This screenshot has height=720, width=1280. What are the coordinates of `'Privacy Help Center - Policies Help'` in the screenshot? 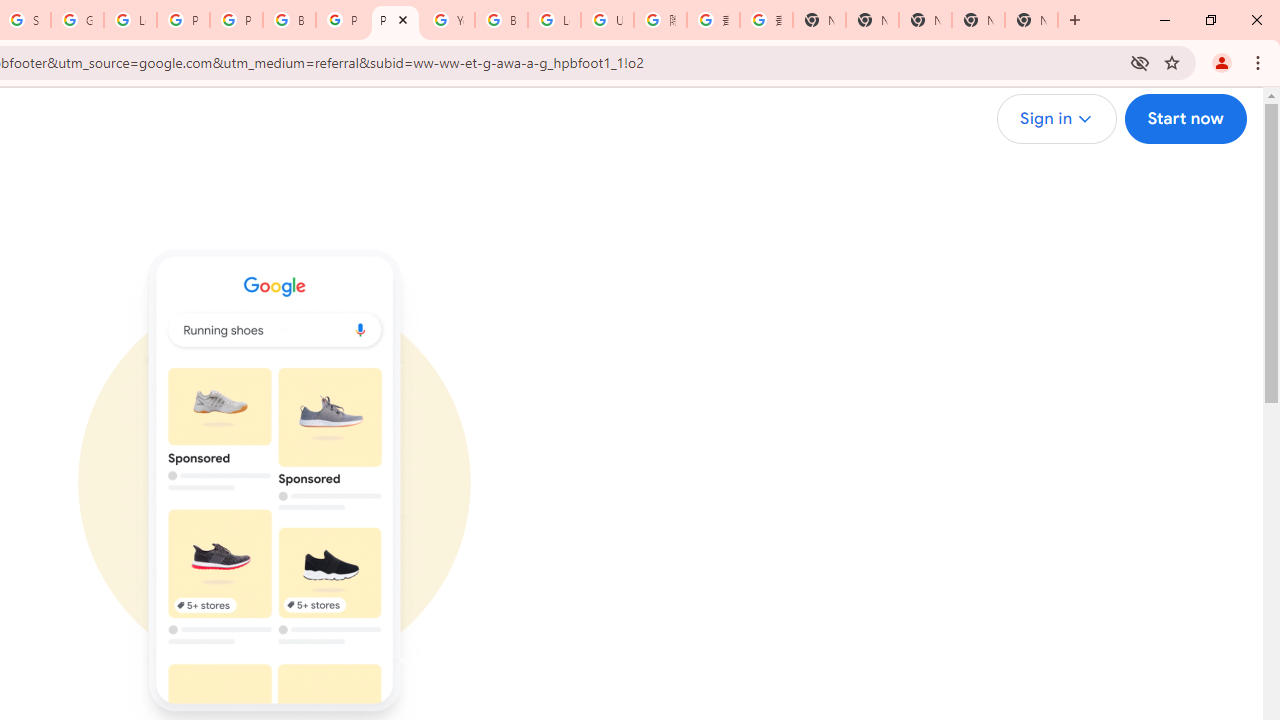 It's located at (183, 20).